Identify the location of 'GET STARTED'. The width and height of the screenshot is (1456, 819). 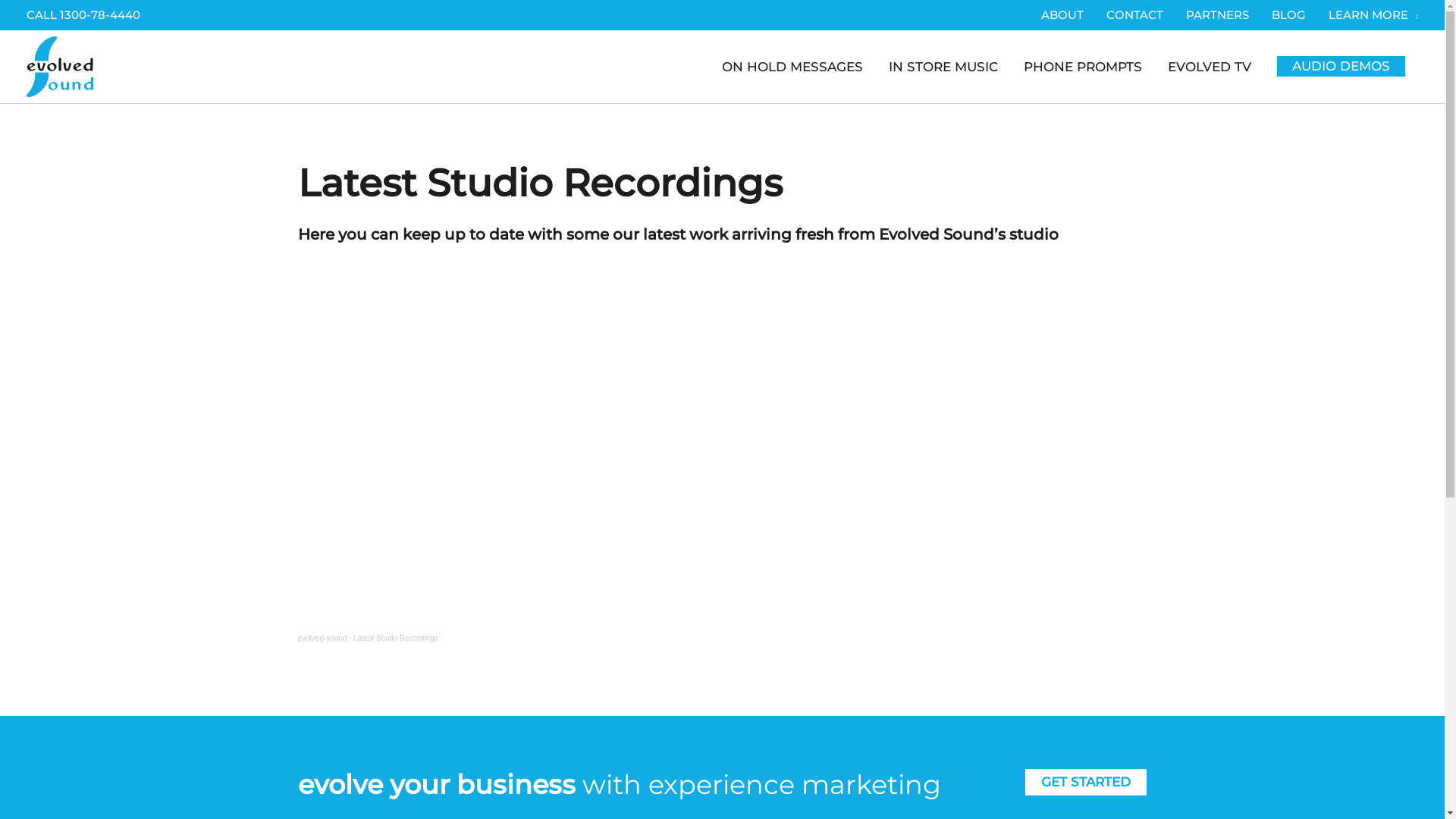
(1084, 782).